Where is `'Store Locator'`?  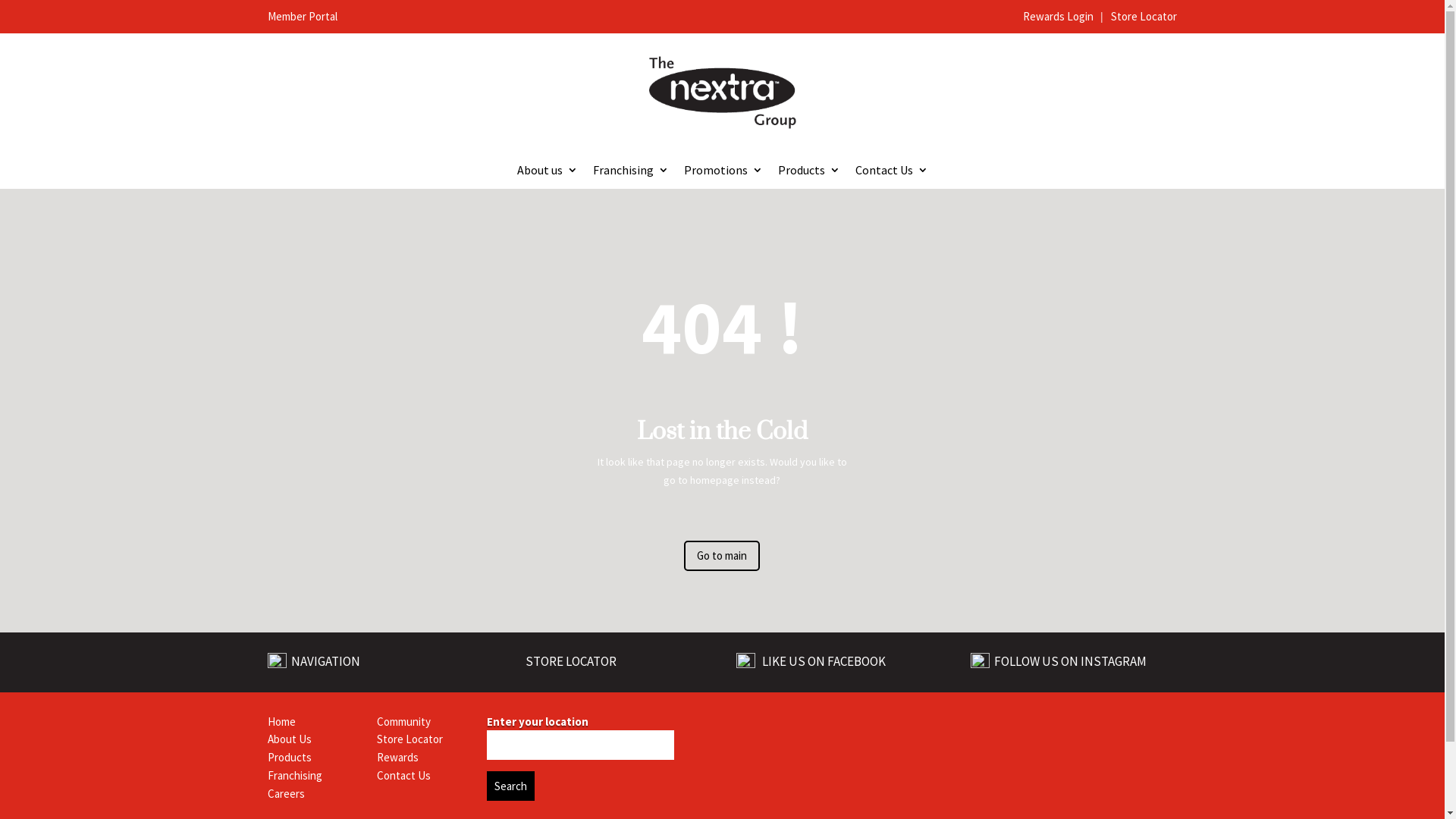
'Store Locator' is located at coordinates (1144, 16).